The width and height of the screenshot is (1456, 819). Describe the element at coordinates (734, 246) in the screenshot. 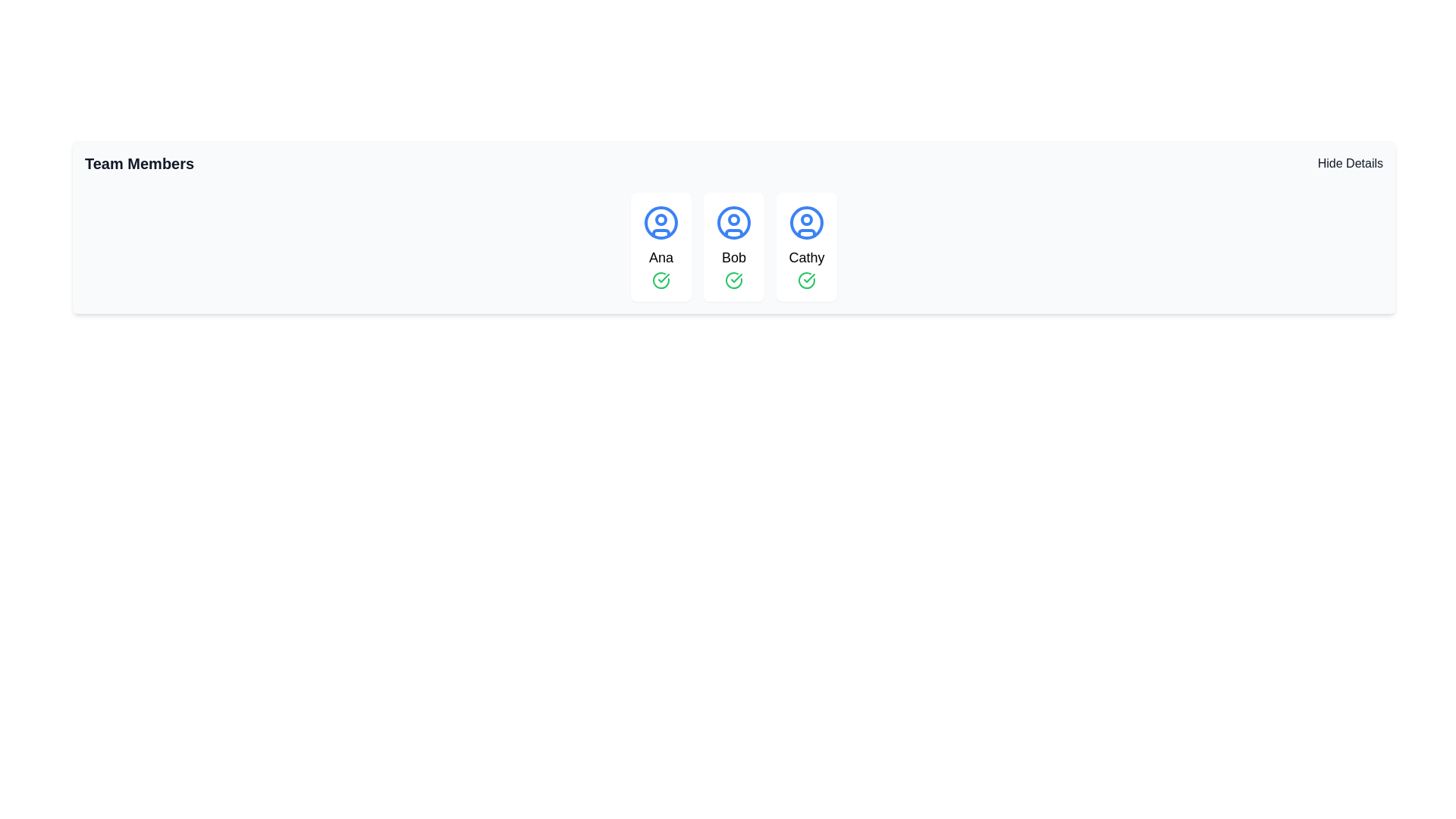

I see `the card UI component displaying a blue circular avatar icon with the text 'Bob' and a green check mark at the bottom` at that location.